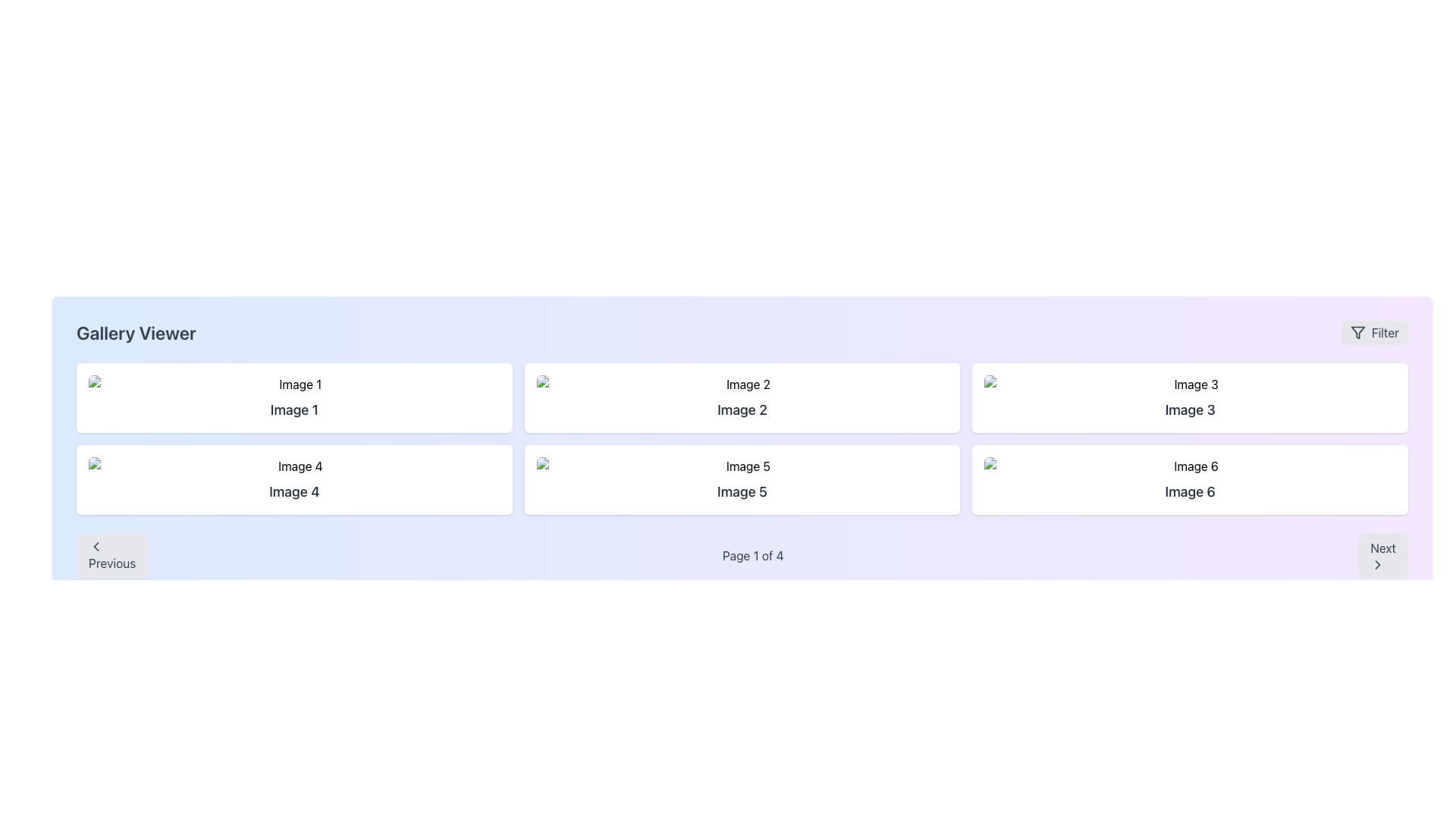  What do you see at coordinates (742, 491) in the screenshot?
I see `the Text label styled as a bold title with the text 'Image 5', located below the placeholder image in the fifth card of a grid` at bounding box center [742, 491].